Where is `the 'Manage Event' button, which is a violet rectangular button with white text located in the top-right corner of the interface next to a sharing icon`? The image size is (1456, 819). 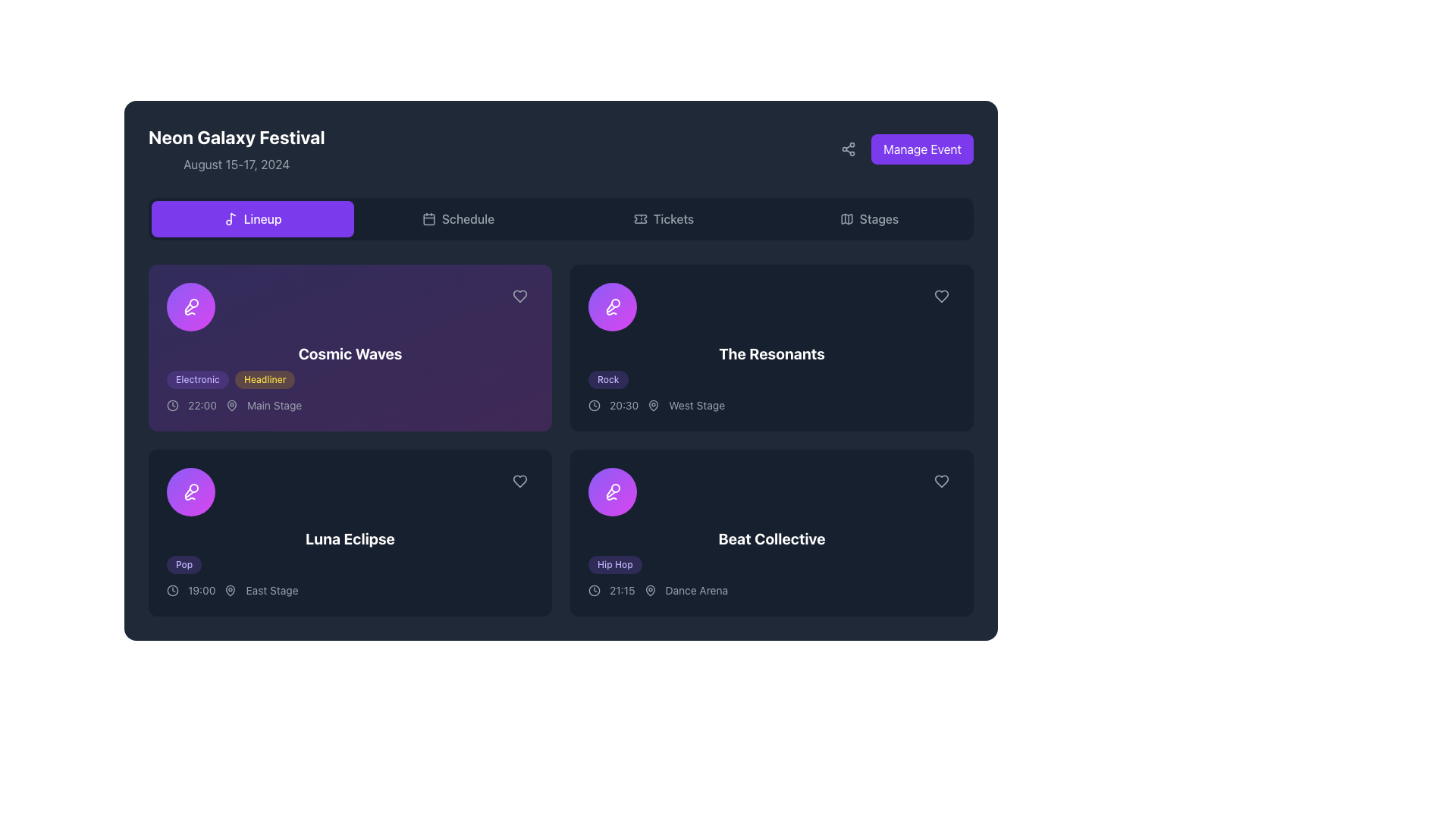 the 'Manage Event' button, which is a violet rectangular button with white text located in the top-right corner of the interface next to a sharing icon is located at coordinates (904, 149).